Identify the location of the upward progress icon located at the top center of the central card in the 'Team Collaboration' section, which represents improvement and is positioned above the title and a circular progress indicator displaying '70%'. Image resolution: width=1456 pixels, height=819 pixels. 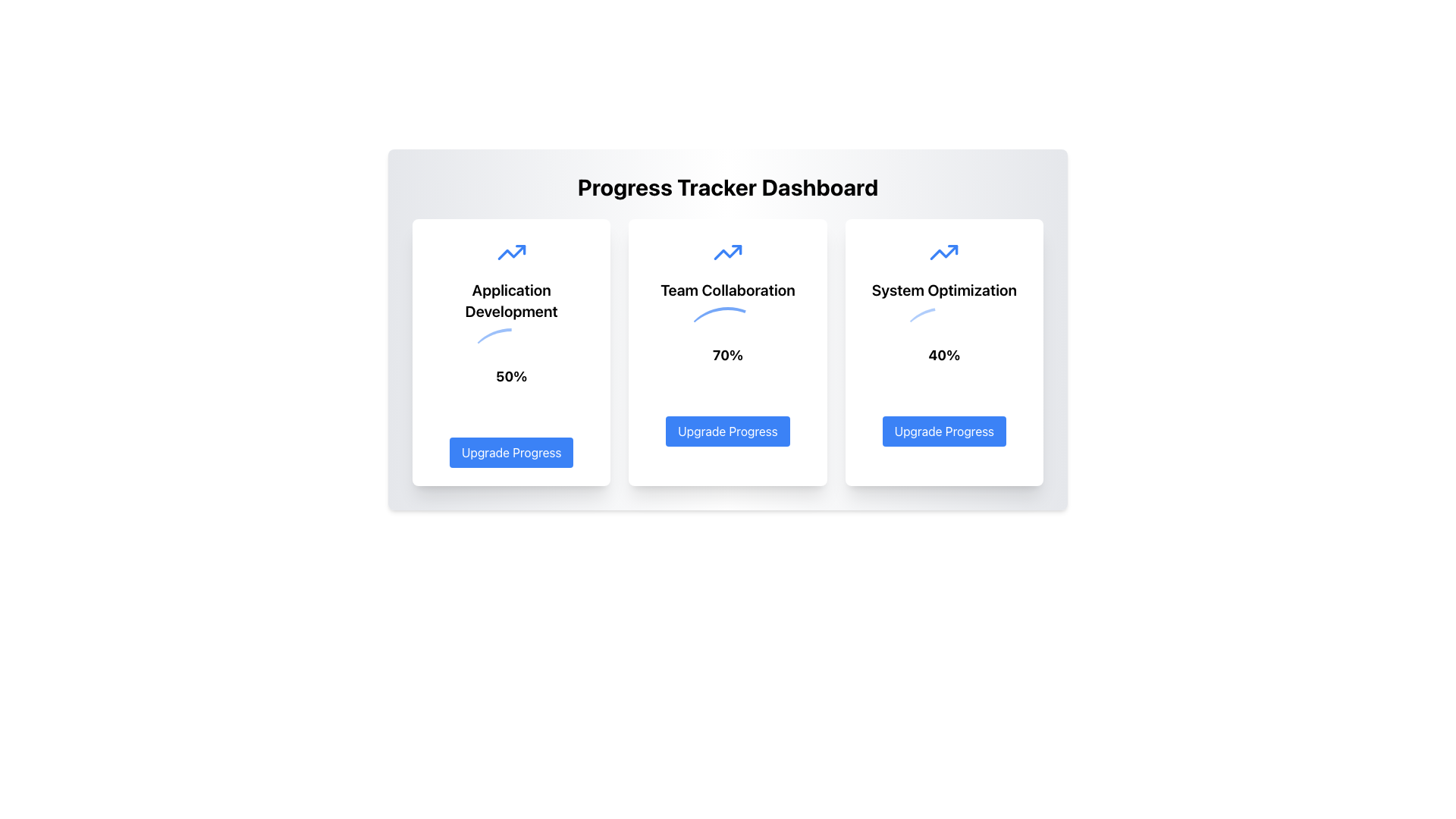
(728, 251).